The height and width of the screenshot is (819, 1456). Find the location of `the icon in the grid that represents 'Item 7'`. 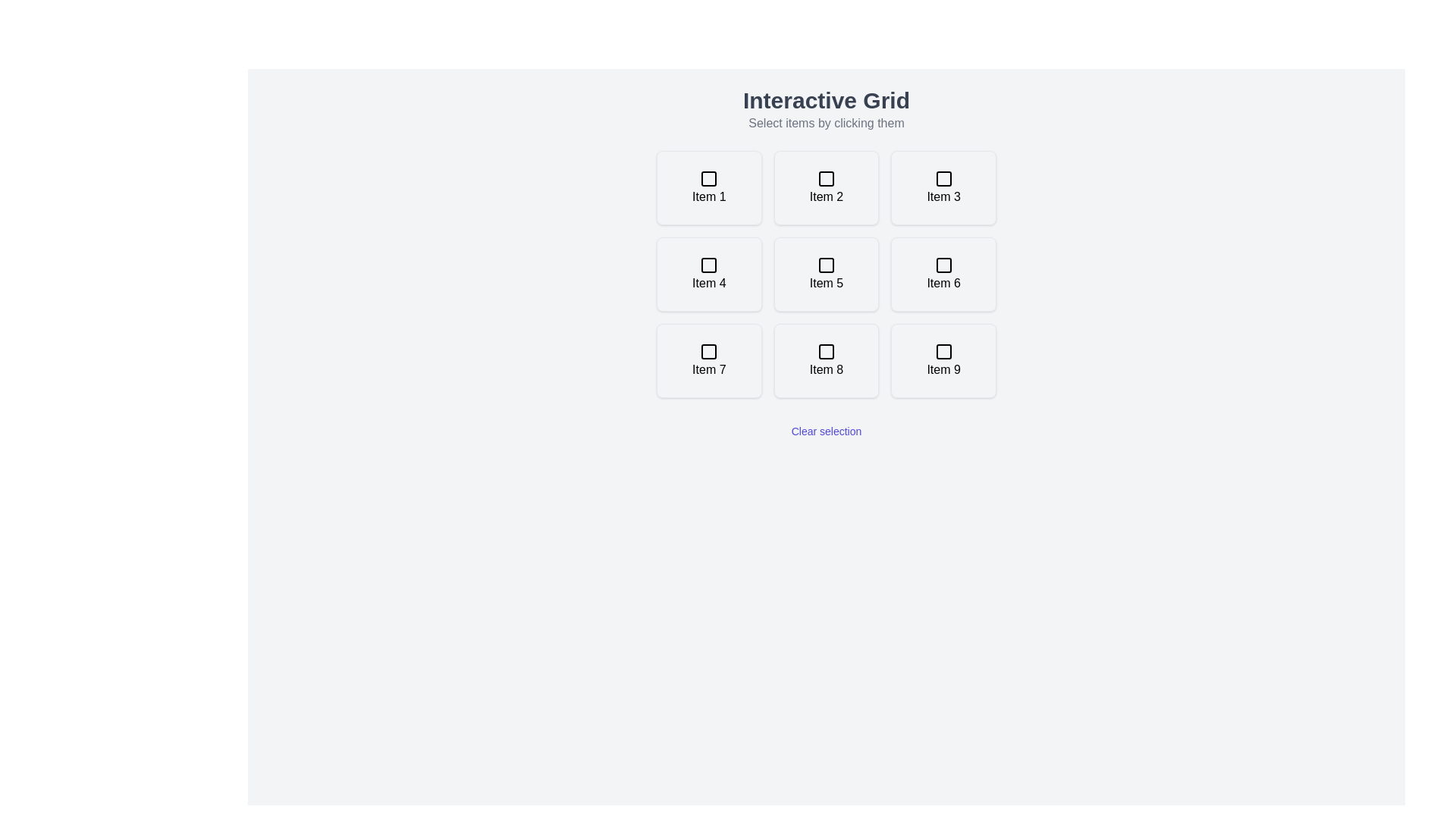

the icon in the grid that represents 'Item 7' is located at coordinates (708, 351).